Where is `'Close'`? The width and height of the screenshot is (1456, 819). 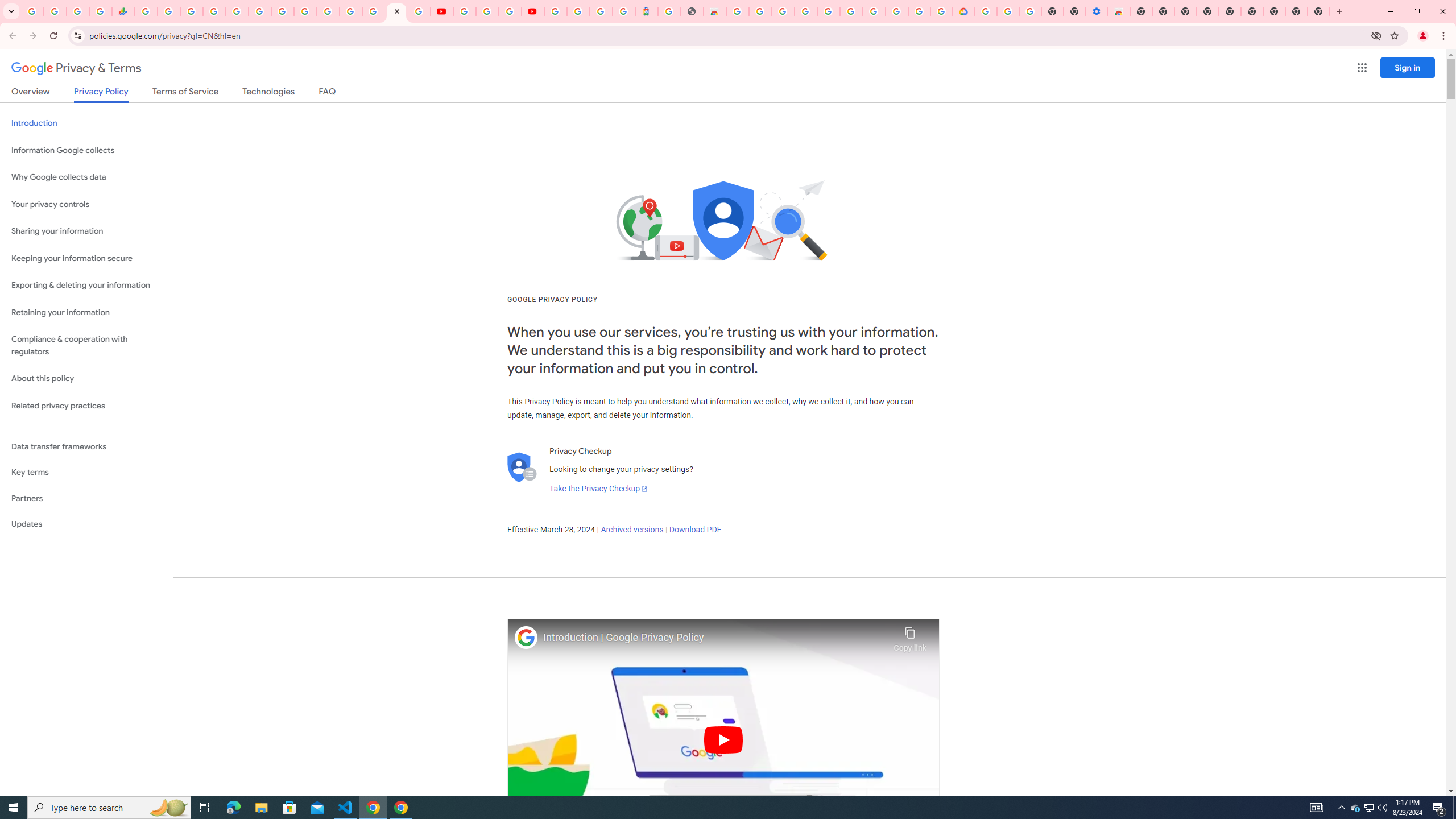
'Close' is located at coordinates (396, 11).